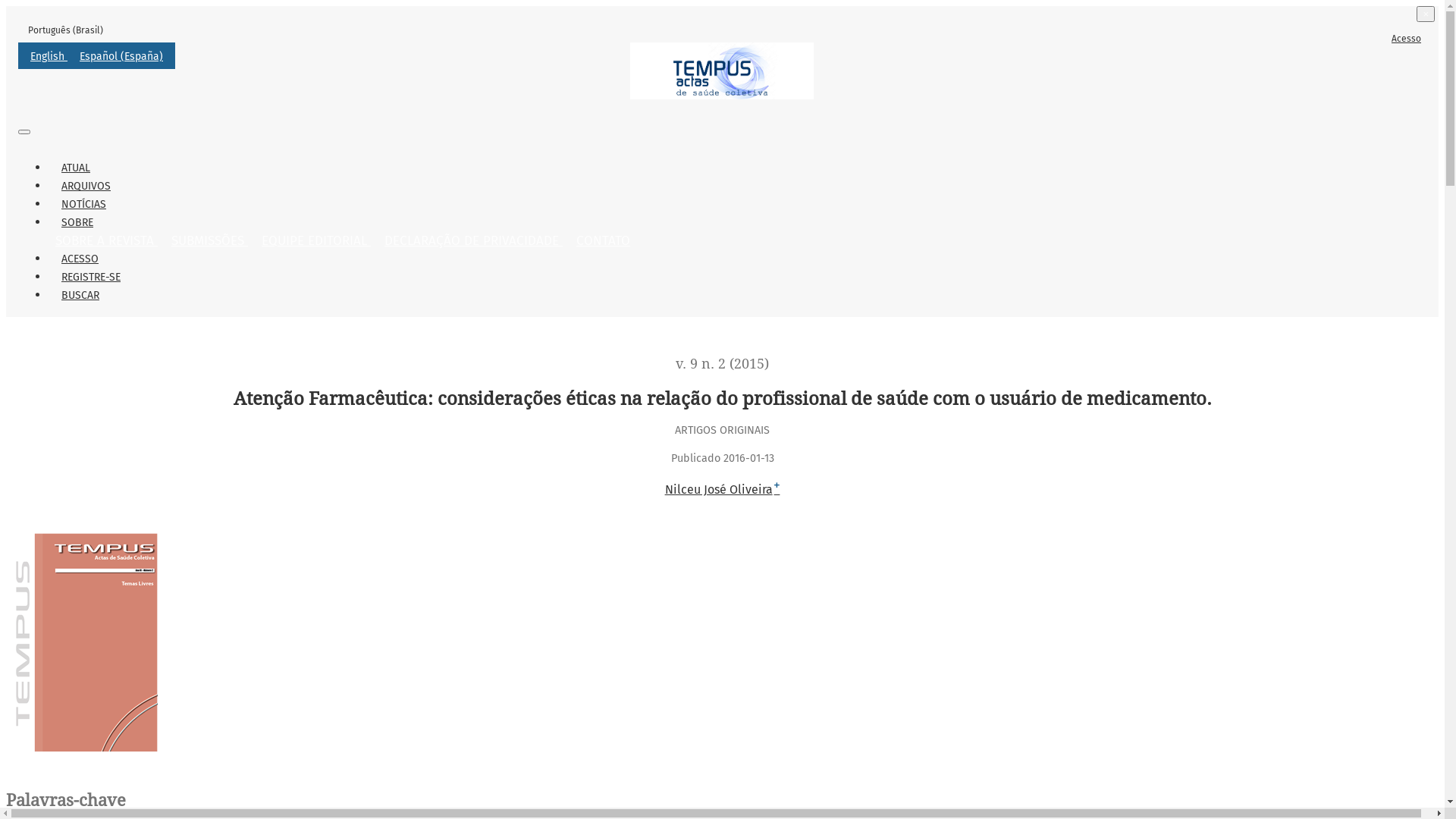 This screenshot has width=1456, height=819. I want to click on 'CONTATO', so click(602, 240).